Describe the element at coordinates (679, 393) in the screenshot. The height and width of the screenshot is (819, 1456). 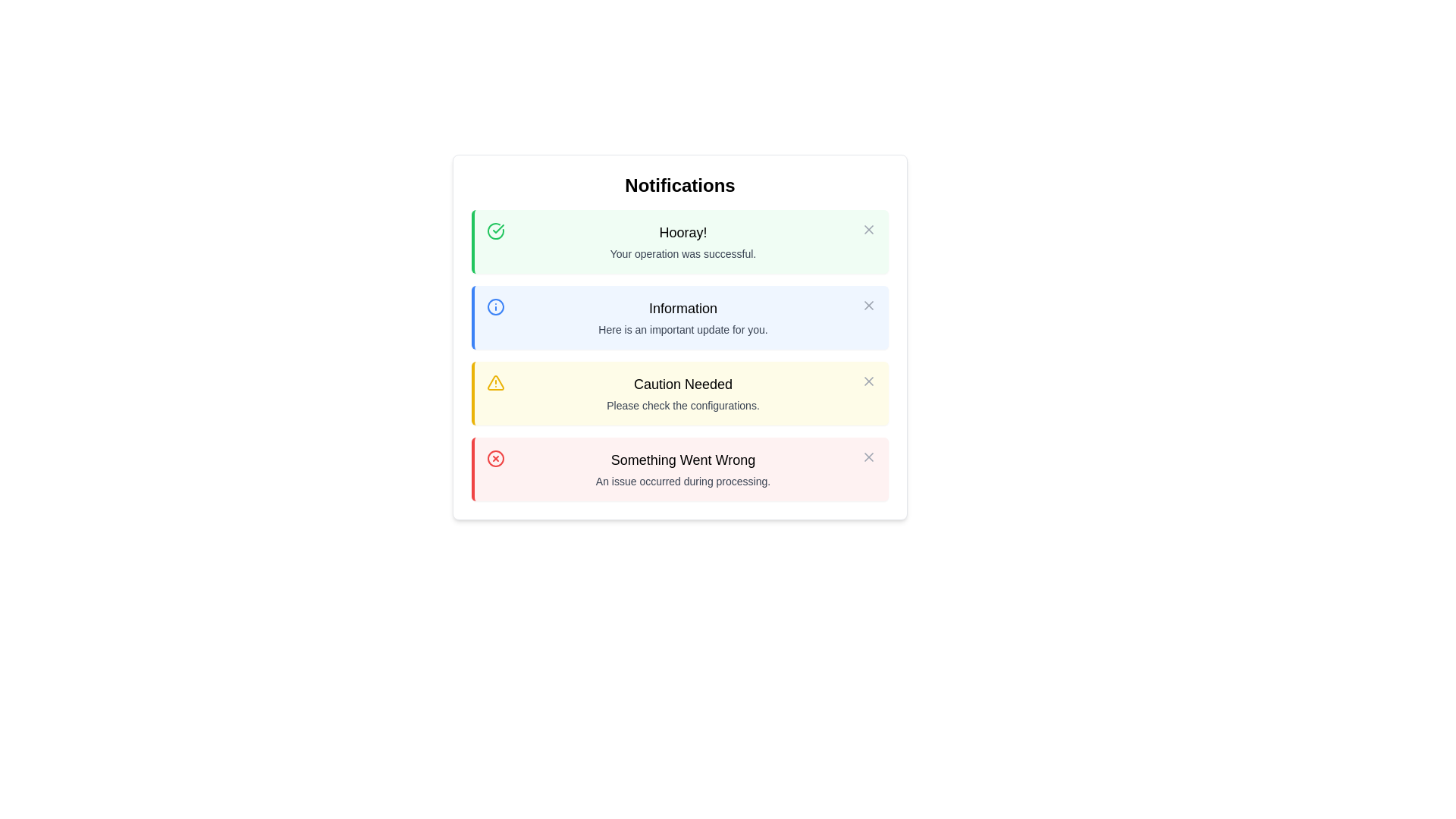
I see `the third notification card in the vertical stack under the 'Notifications' heading` at that location.